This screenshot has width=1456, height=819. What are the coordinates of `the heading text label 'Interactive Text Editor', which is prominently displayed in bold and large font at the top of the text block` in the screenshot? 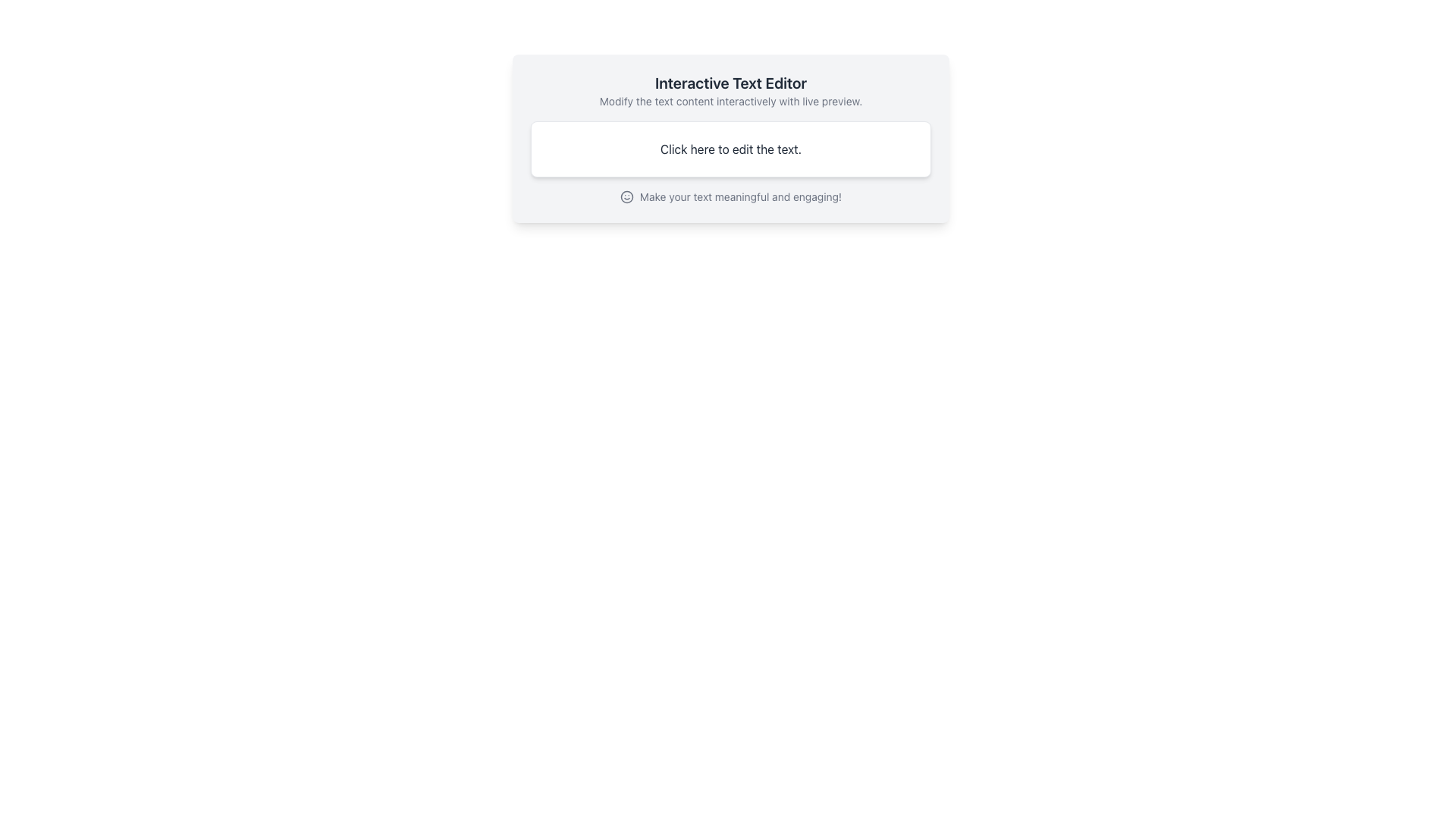 It's located at (731, 83).